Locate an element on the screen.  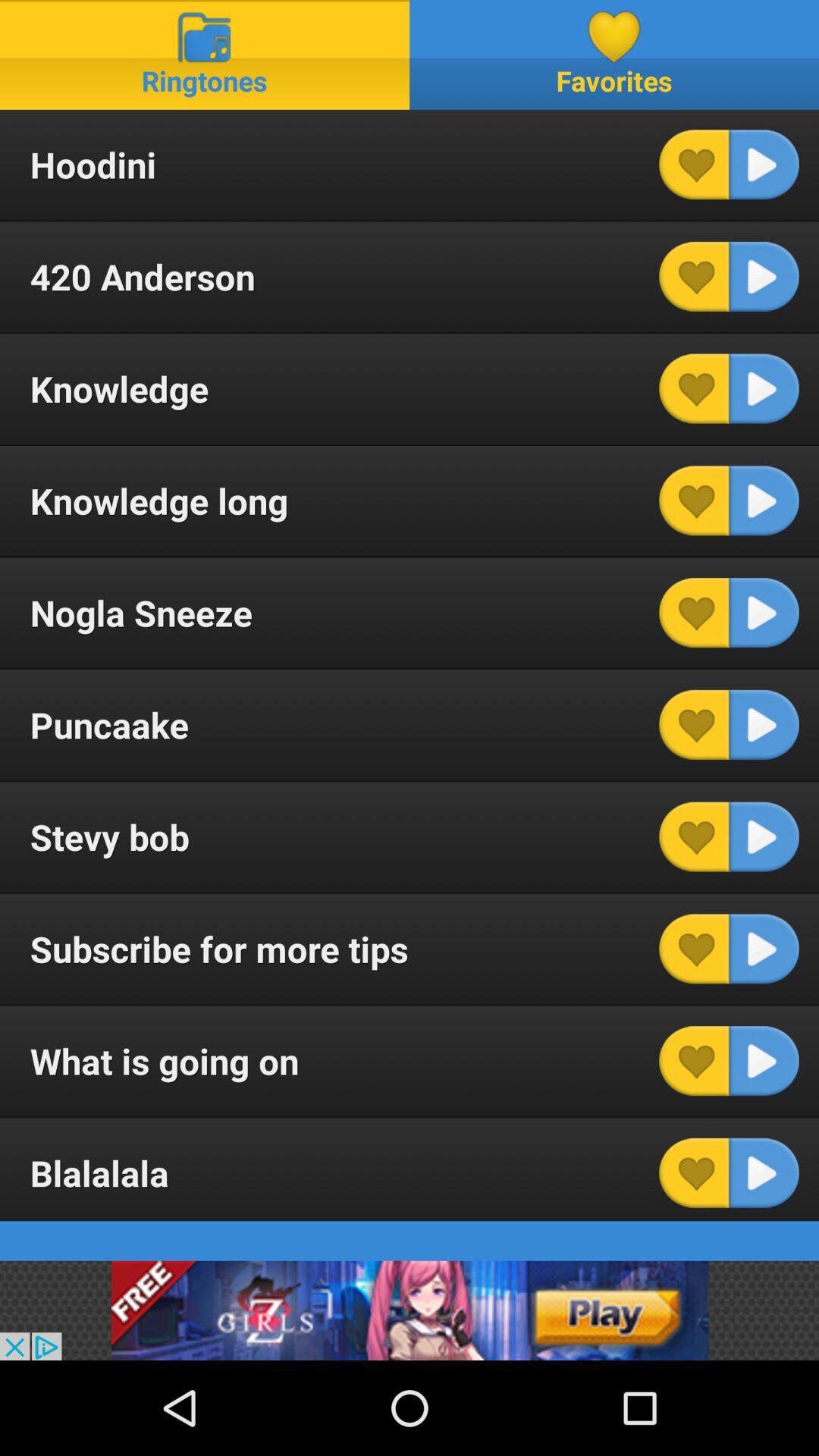
this track is located at coordinates (764, 388).